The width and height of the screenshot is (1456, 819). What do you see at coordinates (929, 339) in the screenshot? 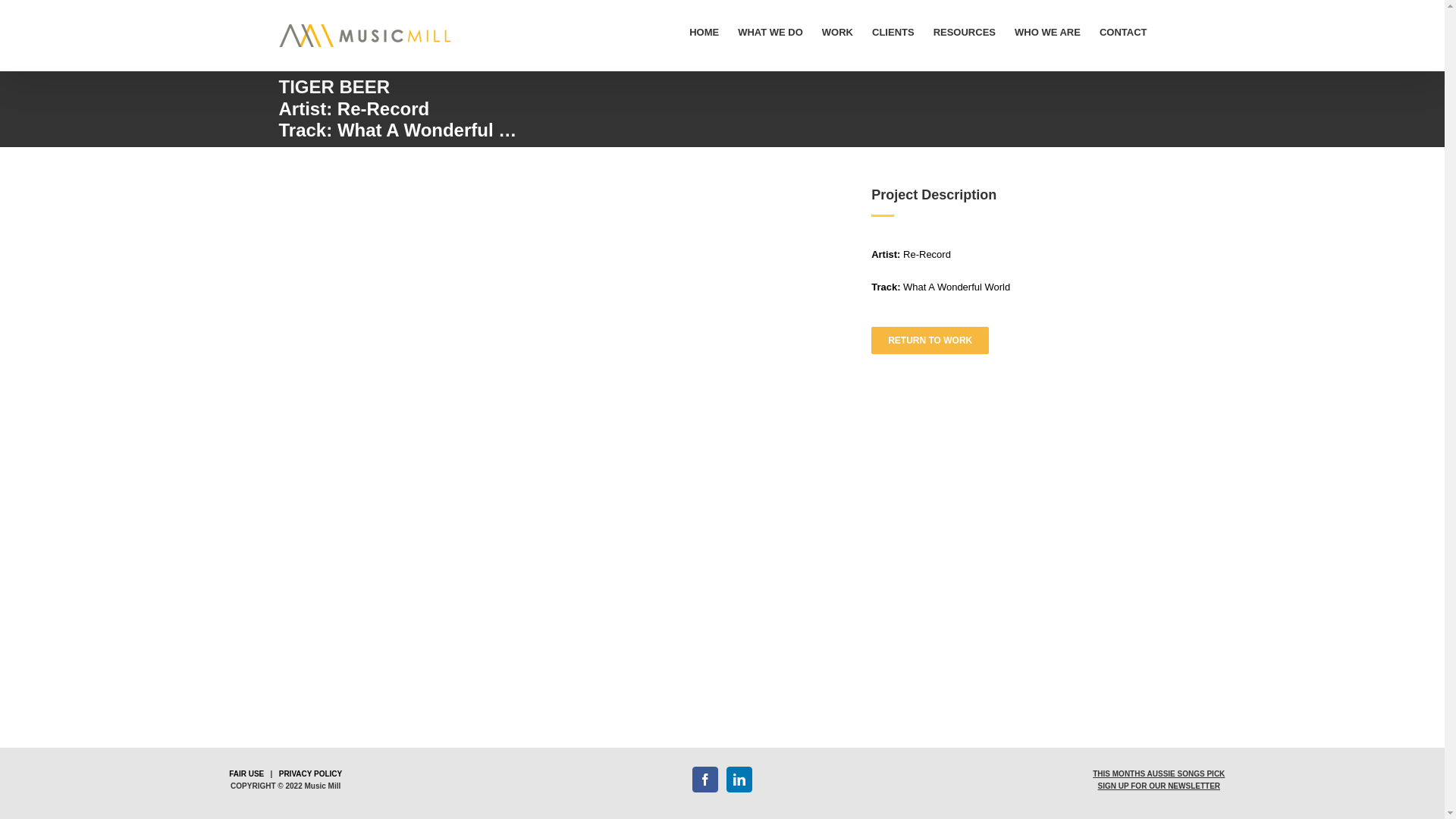
I see `'RETURN TO WORK'` at bounding box center [929, 339].